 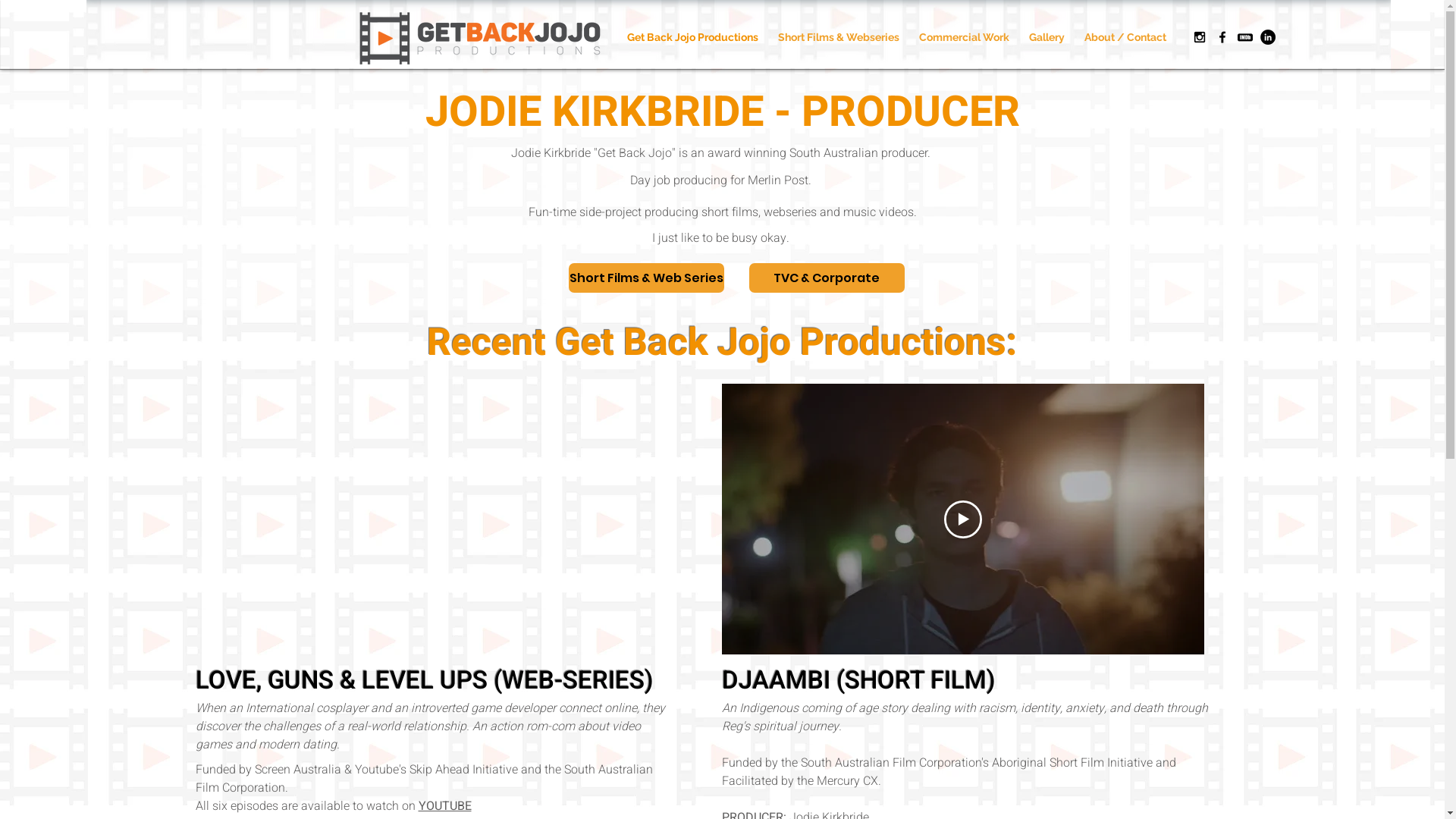 What do you see at coordinates (962, 36) in the screenshot?
I see `'Commercial Work'` at bounding box center [962, 36].